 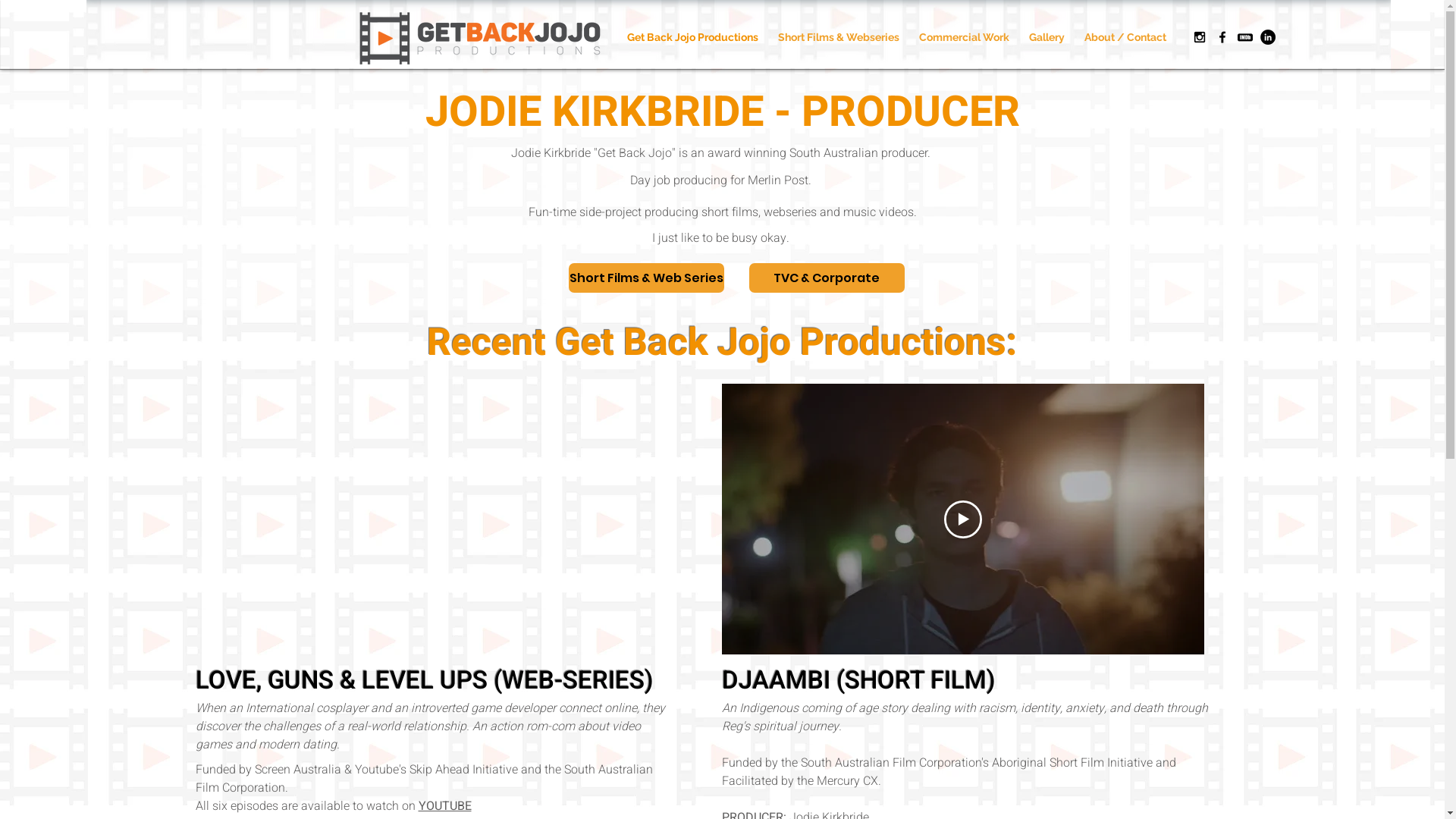 What do you see at coordinates (962, 36) in the screenshot?
I see `'Commercial Work'` at bounding box center [962, 36].